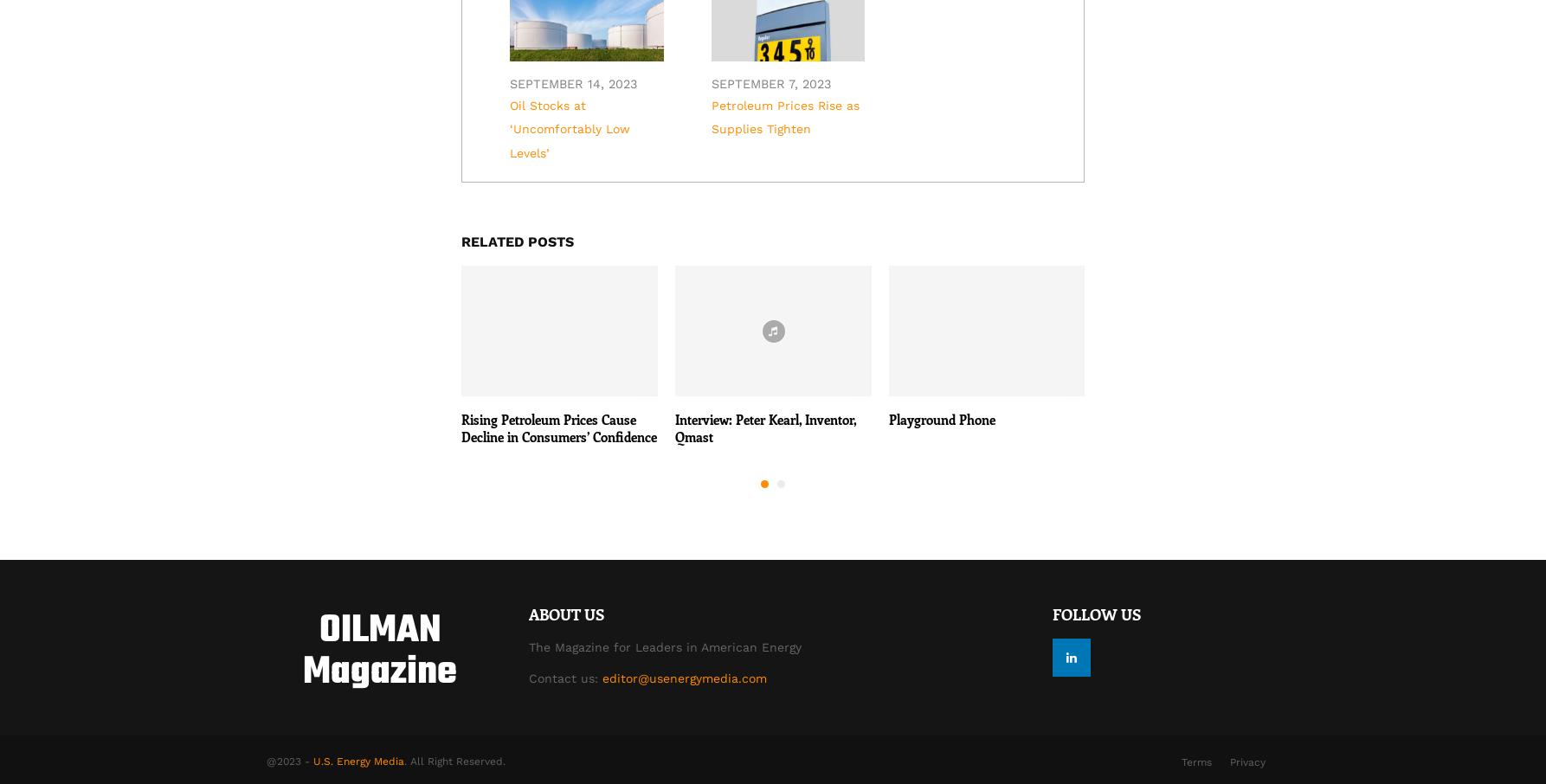 The width and height of the screenshot is (1546, 784). I want to click on 'Terms', so click(1195, 762).